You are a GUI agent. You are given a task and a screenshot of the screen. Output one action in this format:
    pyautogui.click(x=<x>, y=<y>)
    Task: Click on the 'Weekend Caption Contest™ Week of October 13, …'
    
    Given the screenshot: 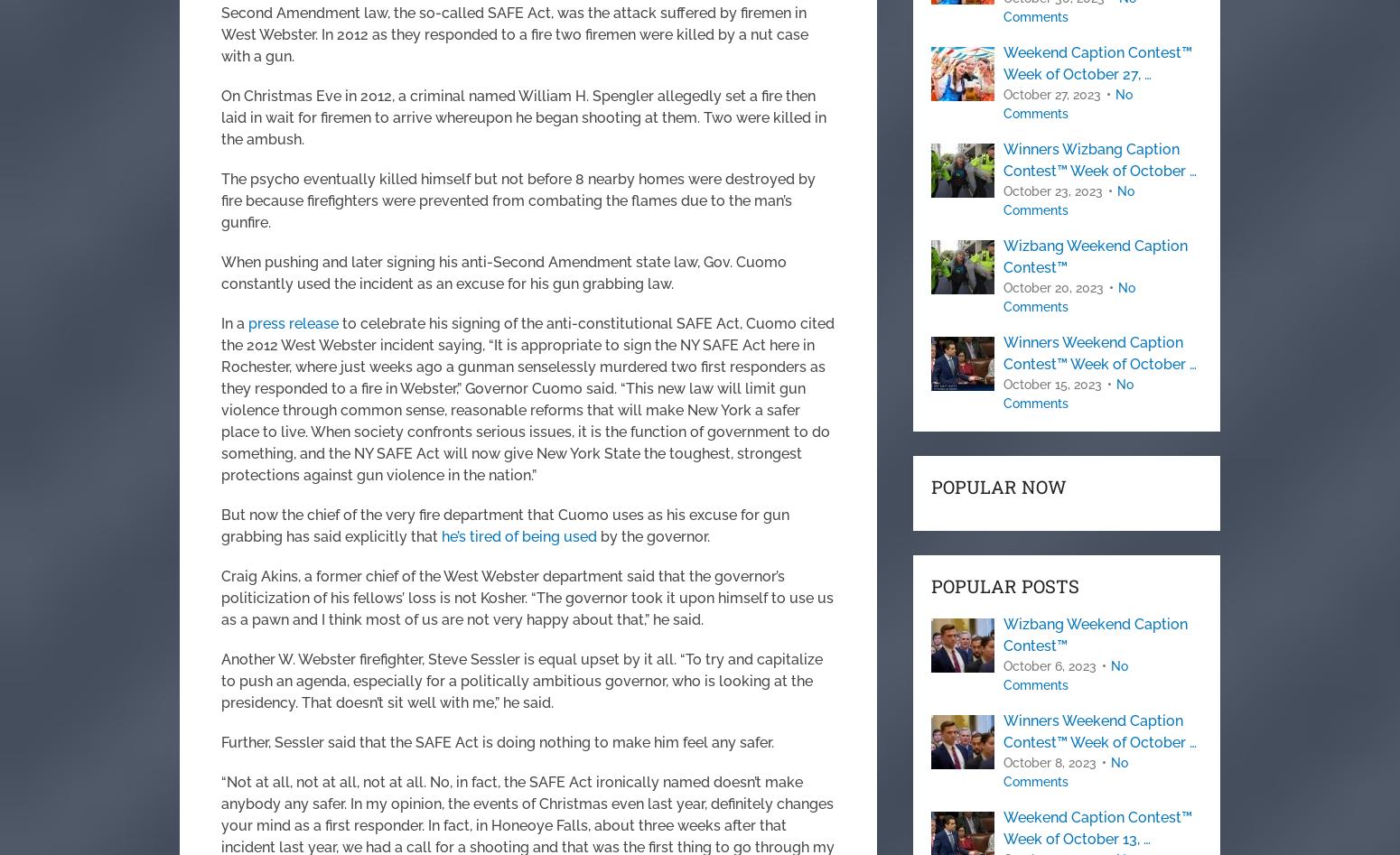 What is the action you would take?
    pyautogui.click(x=1097, y=827)
    